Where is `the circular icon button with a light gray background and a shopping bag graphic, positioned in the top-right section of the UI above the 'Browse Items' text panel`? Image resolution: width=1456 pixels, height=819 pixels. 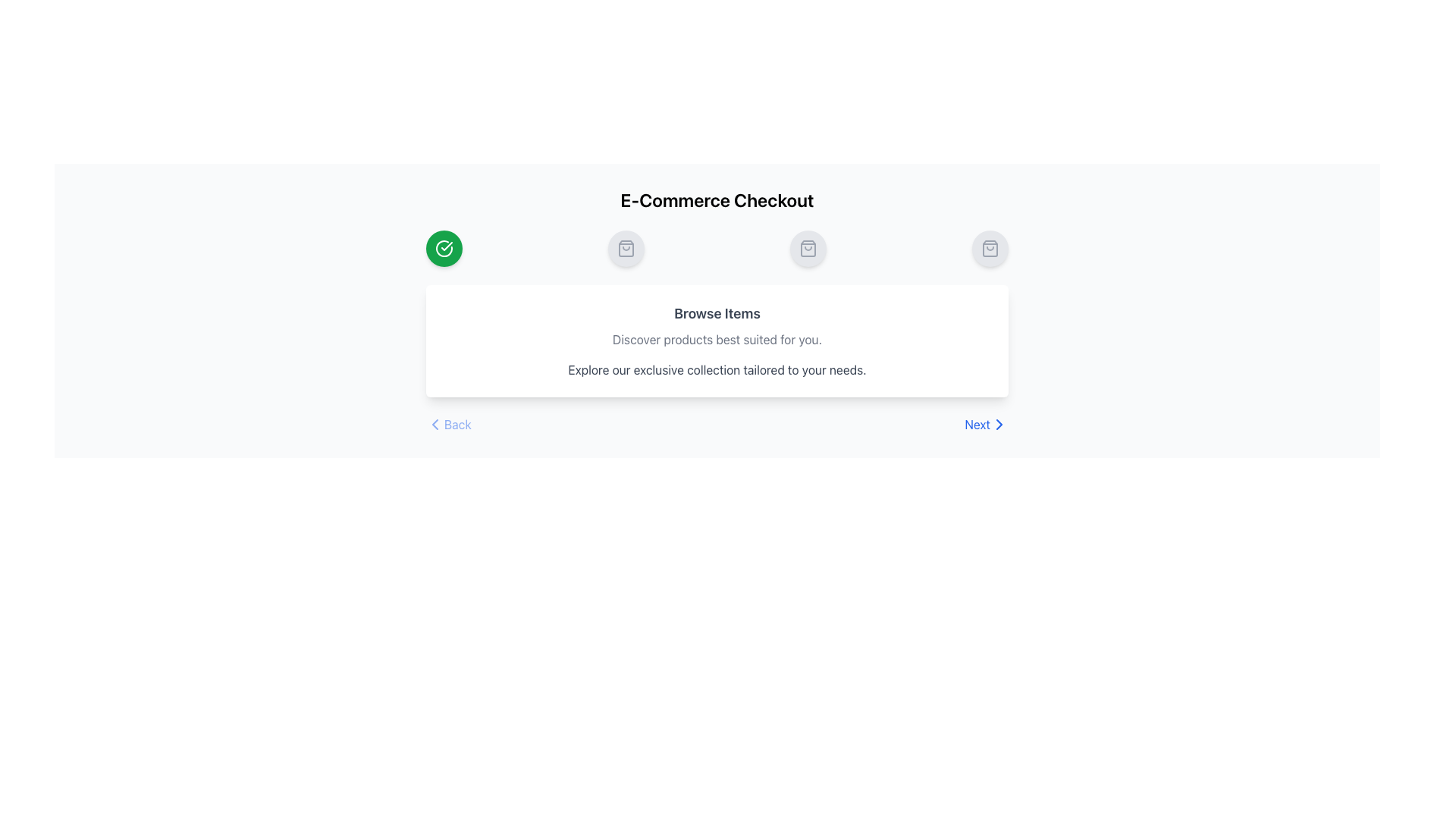
the circular icon button with a light gray background and a shopping bag graphic, positioned in the top-right section of the UI above the 'Browse Items' text panel is located at coordinates (990, 247).